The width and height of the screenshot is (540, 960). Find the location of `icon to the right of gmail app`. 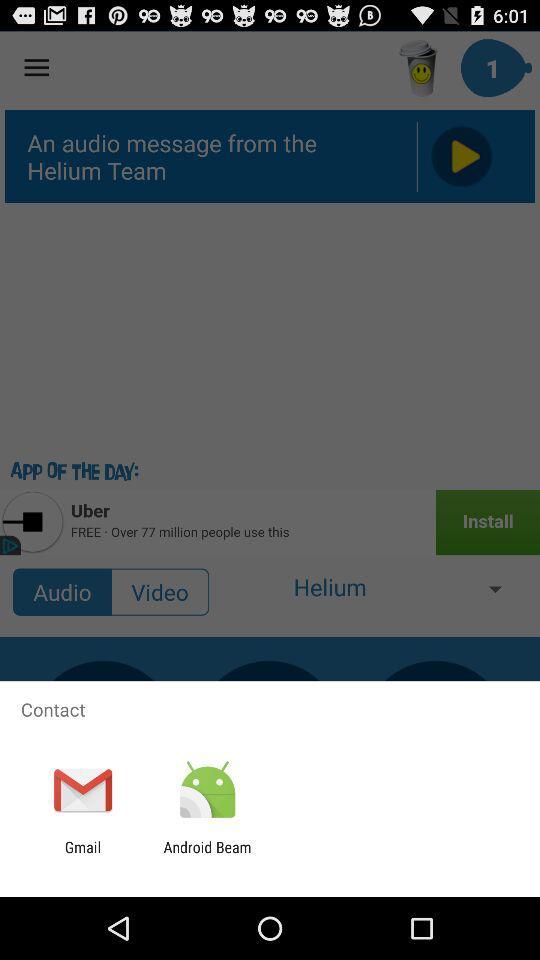

icon to the right of gmail app is located at coordinates (206, 855).